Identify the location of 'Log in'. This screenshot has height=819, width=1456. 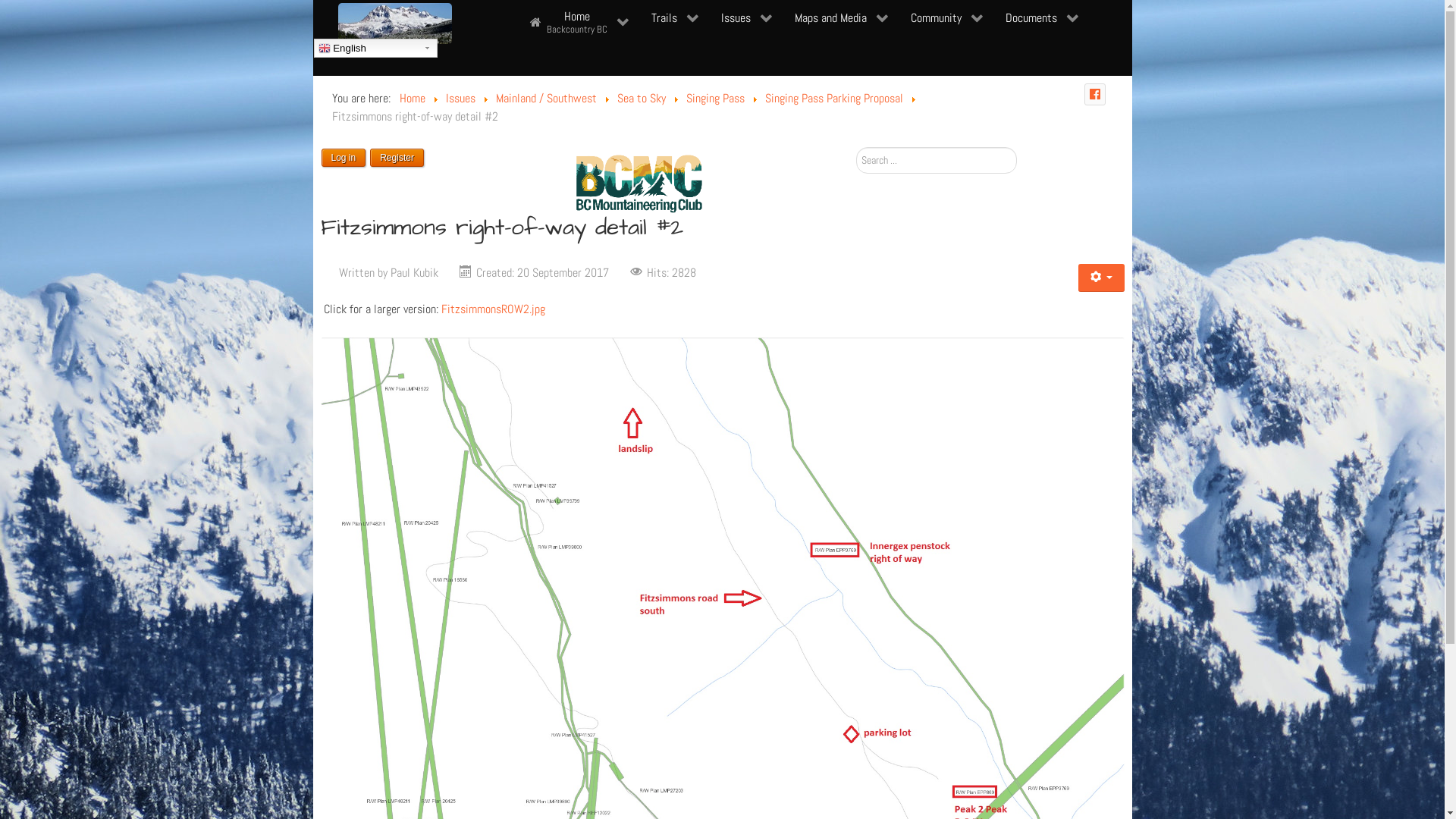
(320, 157).